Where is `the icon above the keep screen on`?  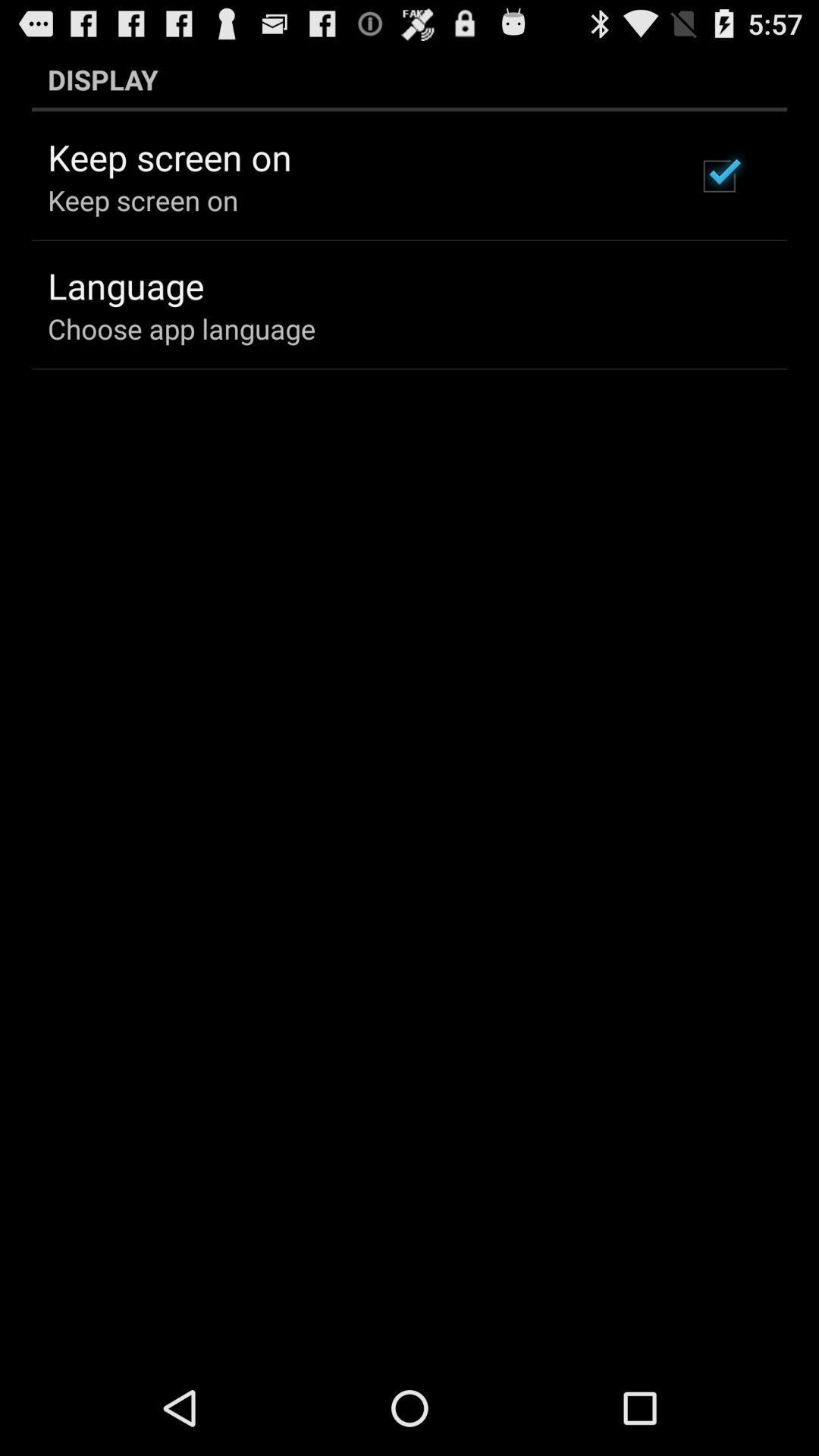
the icon above the keep screen on is located at coordinates (409, 79).